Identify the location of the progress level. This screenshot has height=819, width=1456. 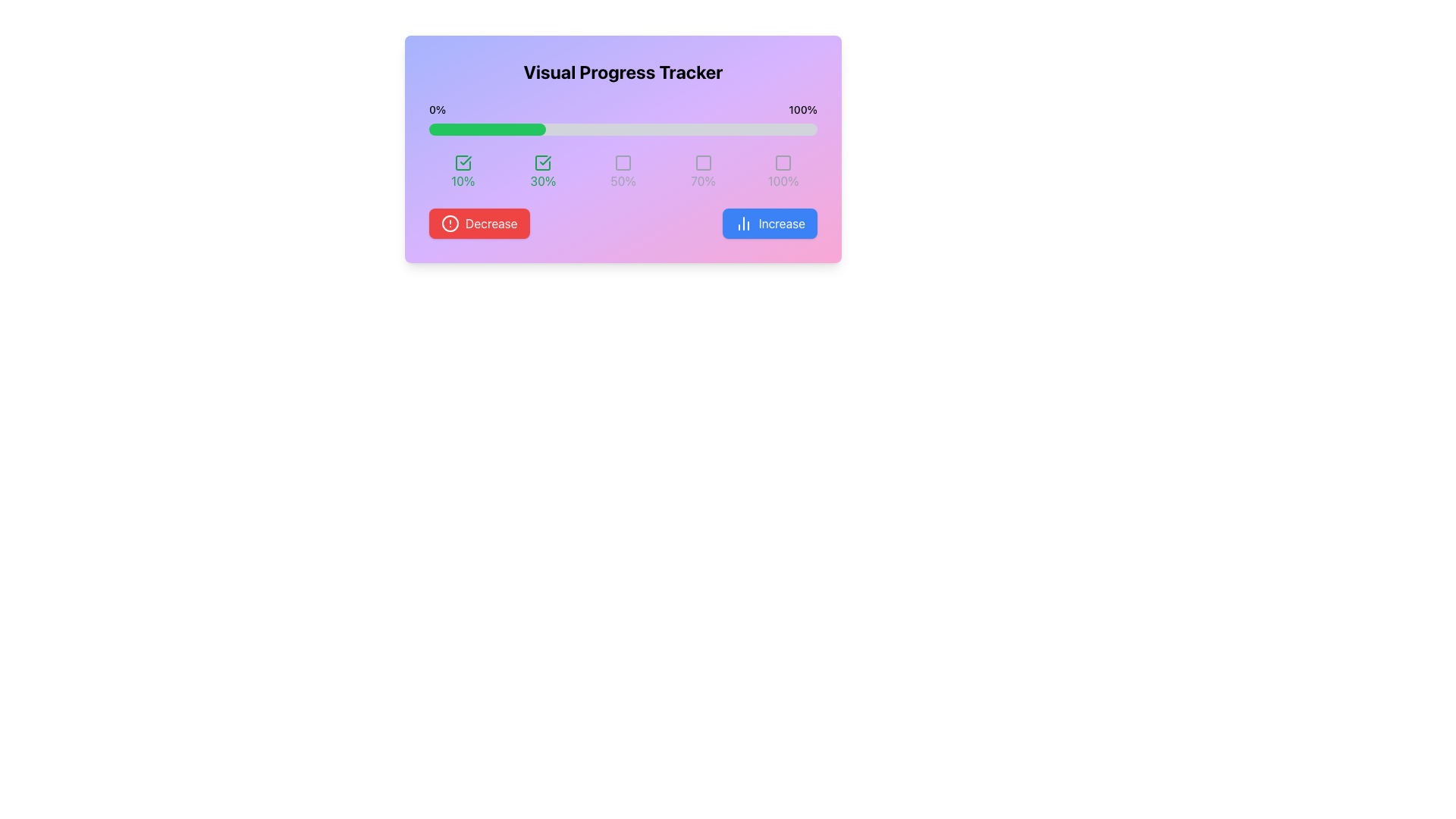
(689, 128).